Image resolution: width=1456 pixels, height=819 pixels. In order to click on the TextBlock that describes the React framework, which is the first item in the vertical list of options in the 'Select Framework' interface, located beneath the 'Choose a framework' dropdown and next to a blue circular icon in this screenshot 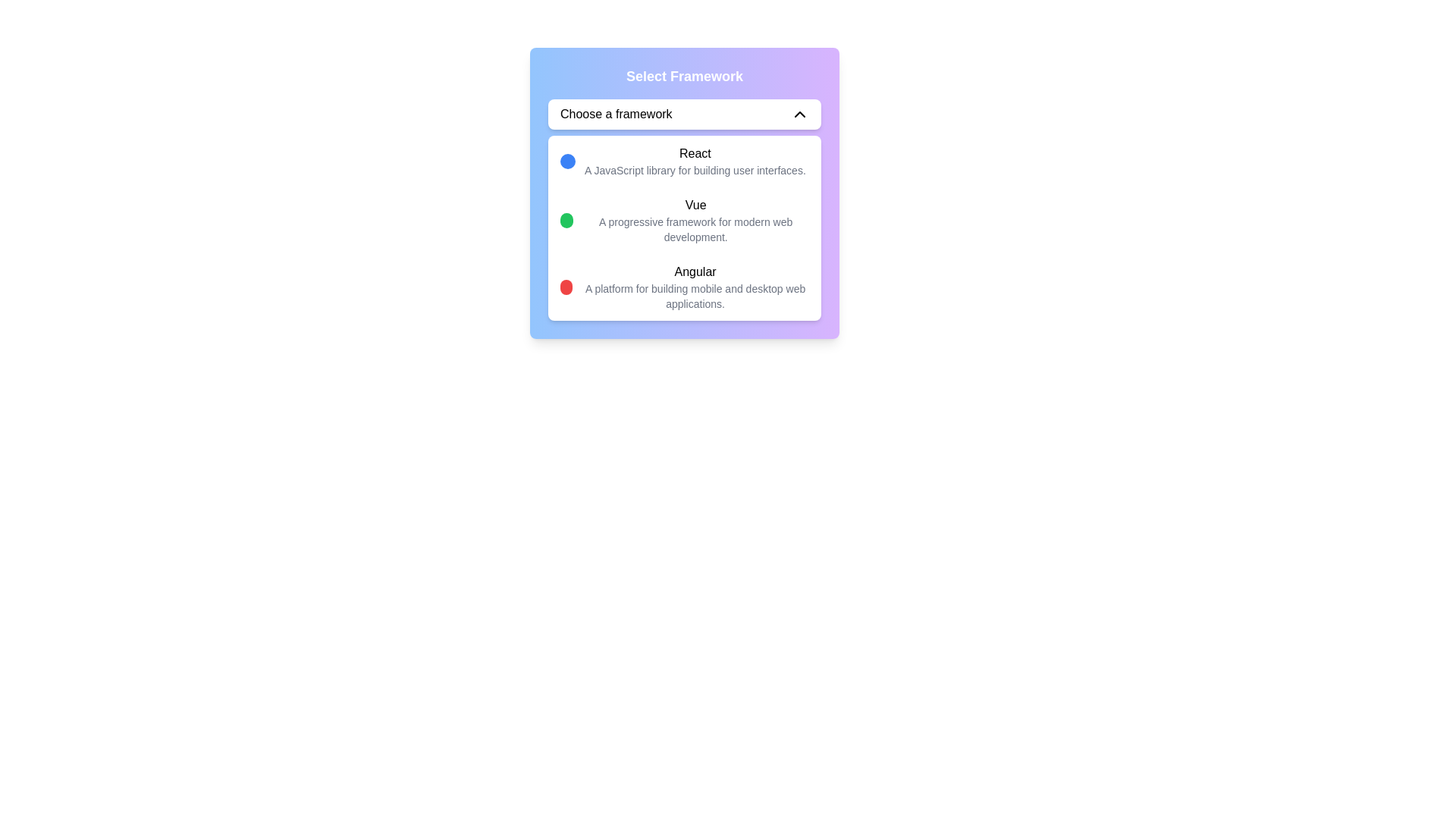, I will do `click(694, 161)`.